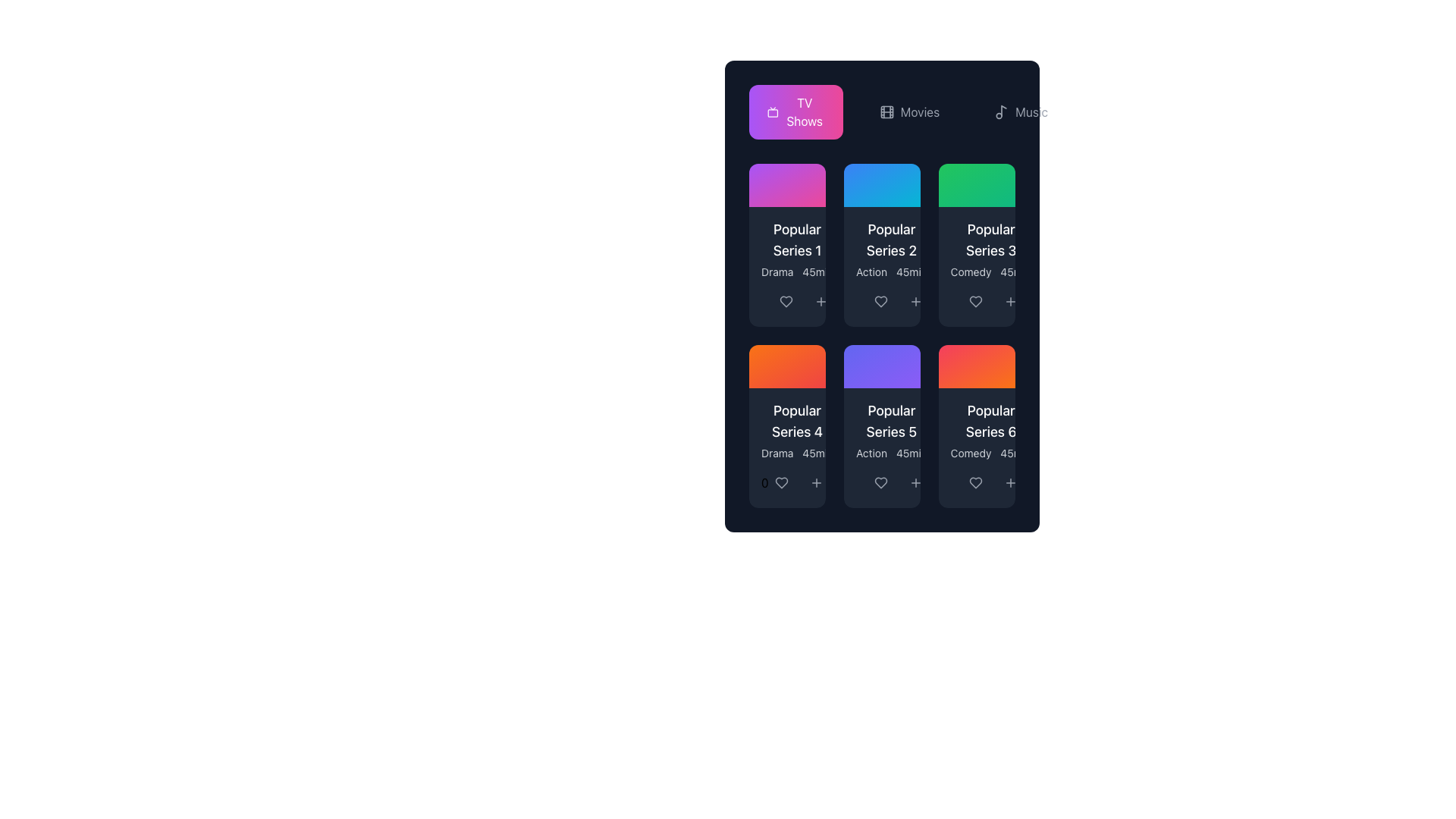 The image size is (1456, 819). I want to click on the share button located as the rightmost element in the horizontal group of buttons below the card labeled 'Popular Series 6' to initiate a share action, so click(949, 482).